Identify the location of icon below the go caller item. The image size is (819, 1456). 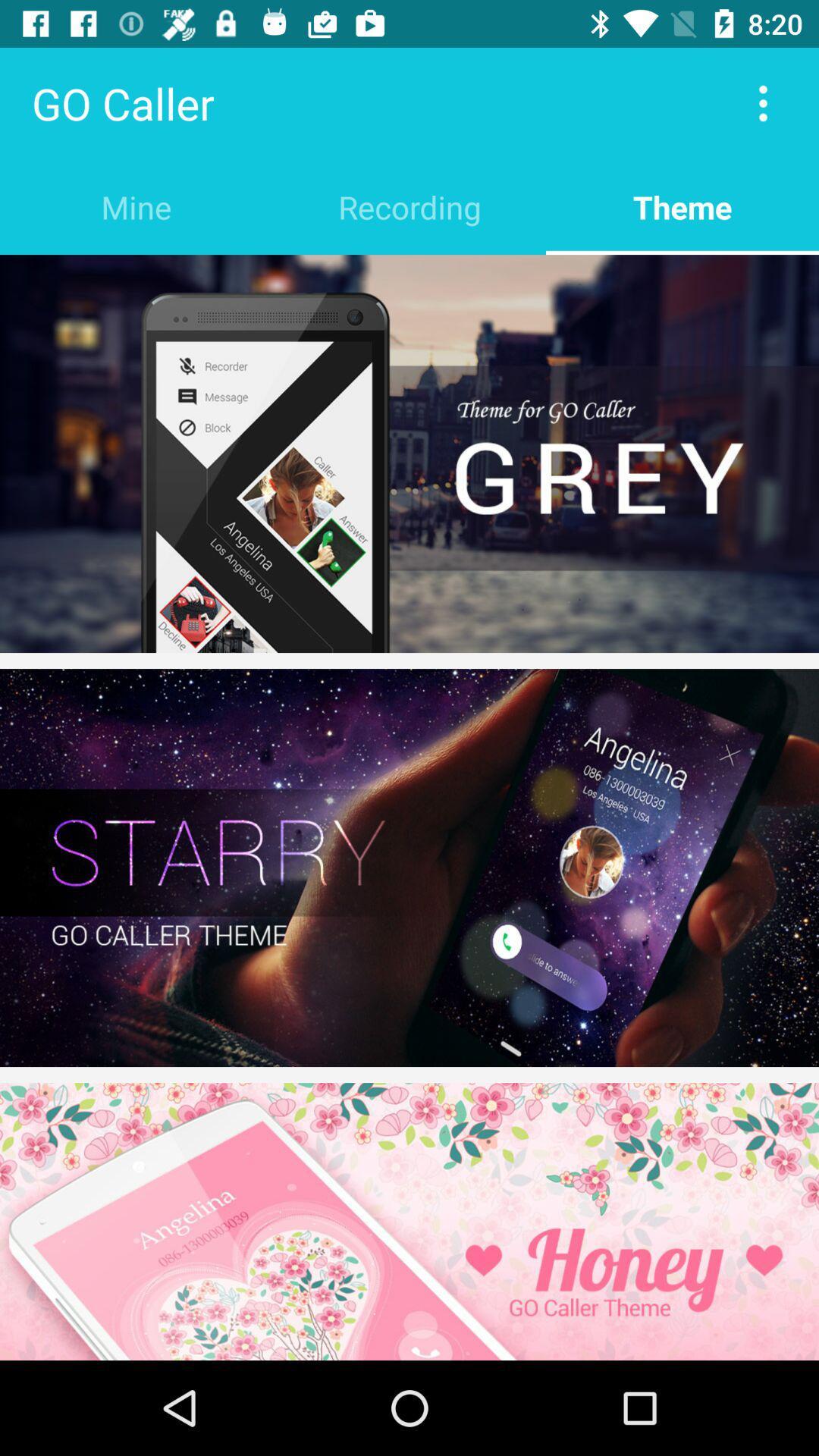
(136, 206).